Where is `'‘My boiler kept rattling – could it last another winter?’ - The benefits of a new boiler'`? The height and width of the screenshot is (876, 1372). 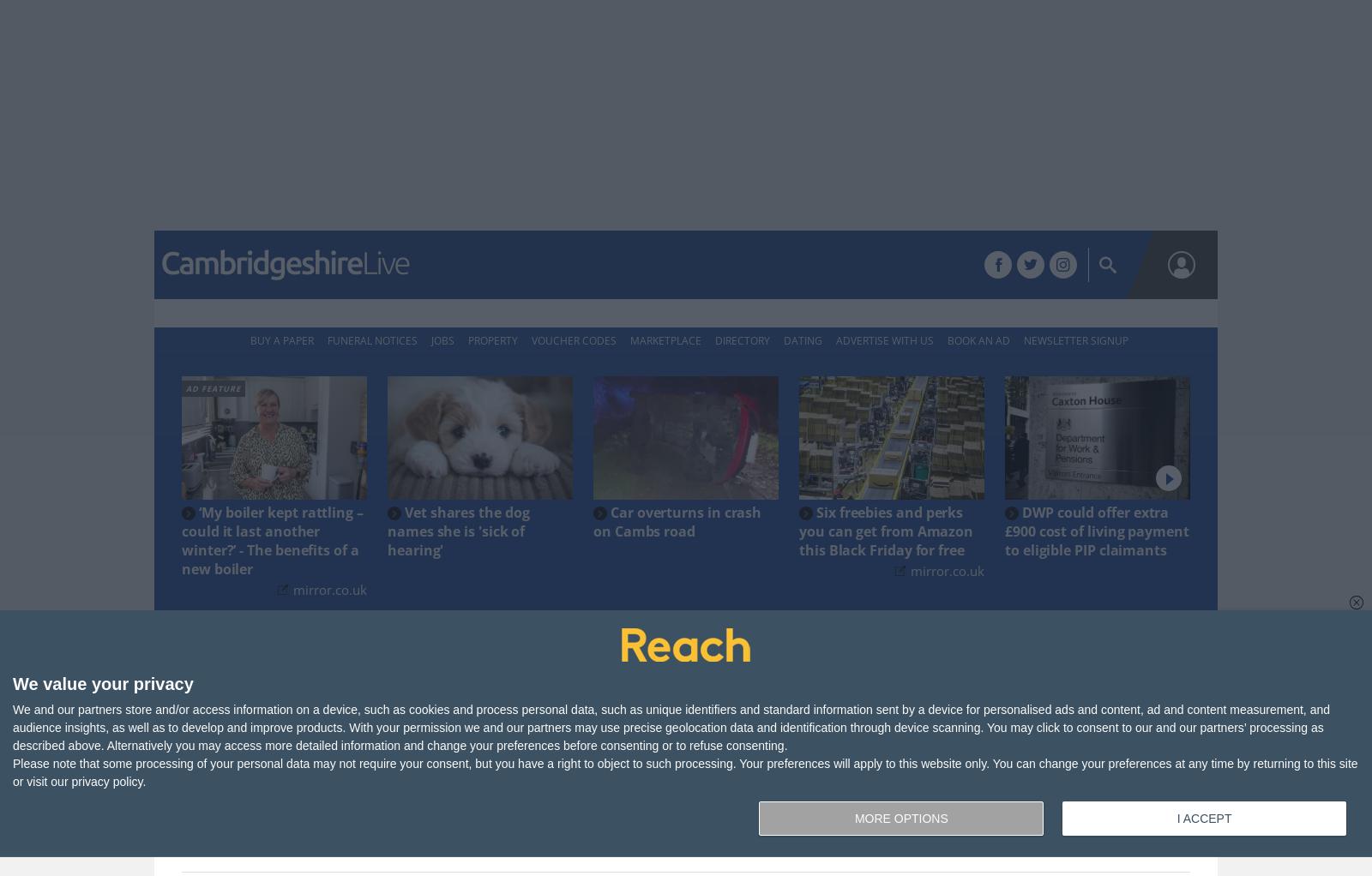 '‘My boiler kept rattling – could it last another winter?’ - The benefits of a new boiler' is located at coordinates (272, 539).